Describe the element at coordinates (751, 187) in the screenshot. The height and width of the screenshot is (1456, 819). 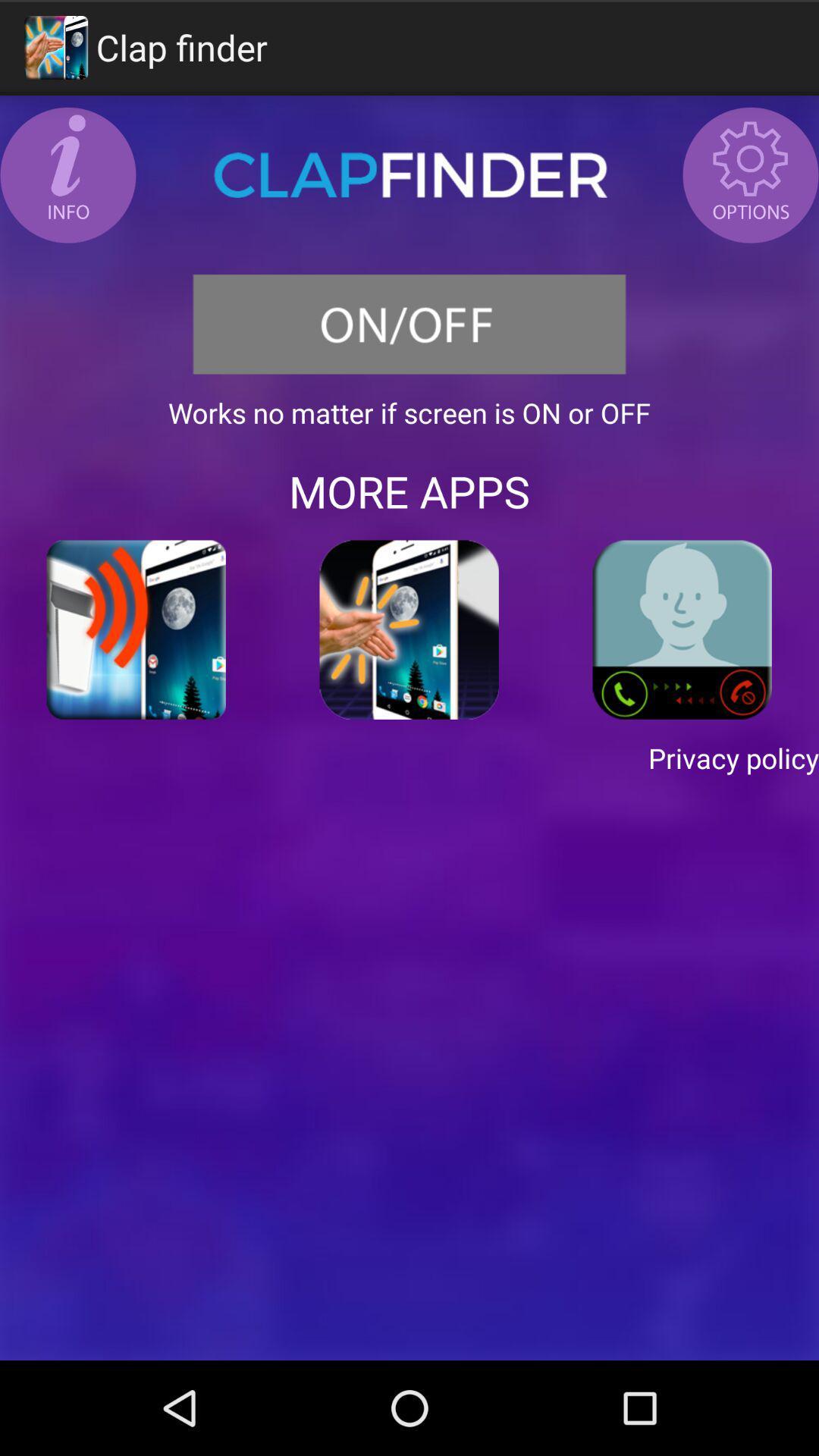
I see `the avatar icon` at that location.